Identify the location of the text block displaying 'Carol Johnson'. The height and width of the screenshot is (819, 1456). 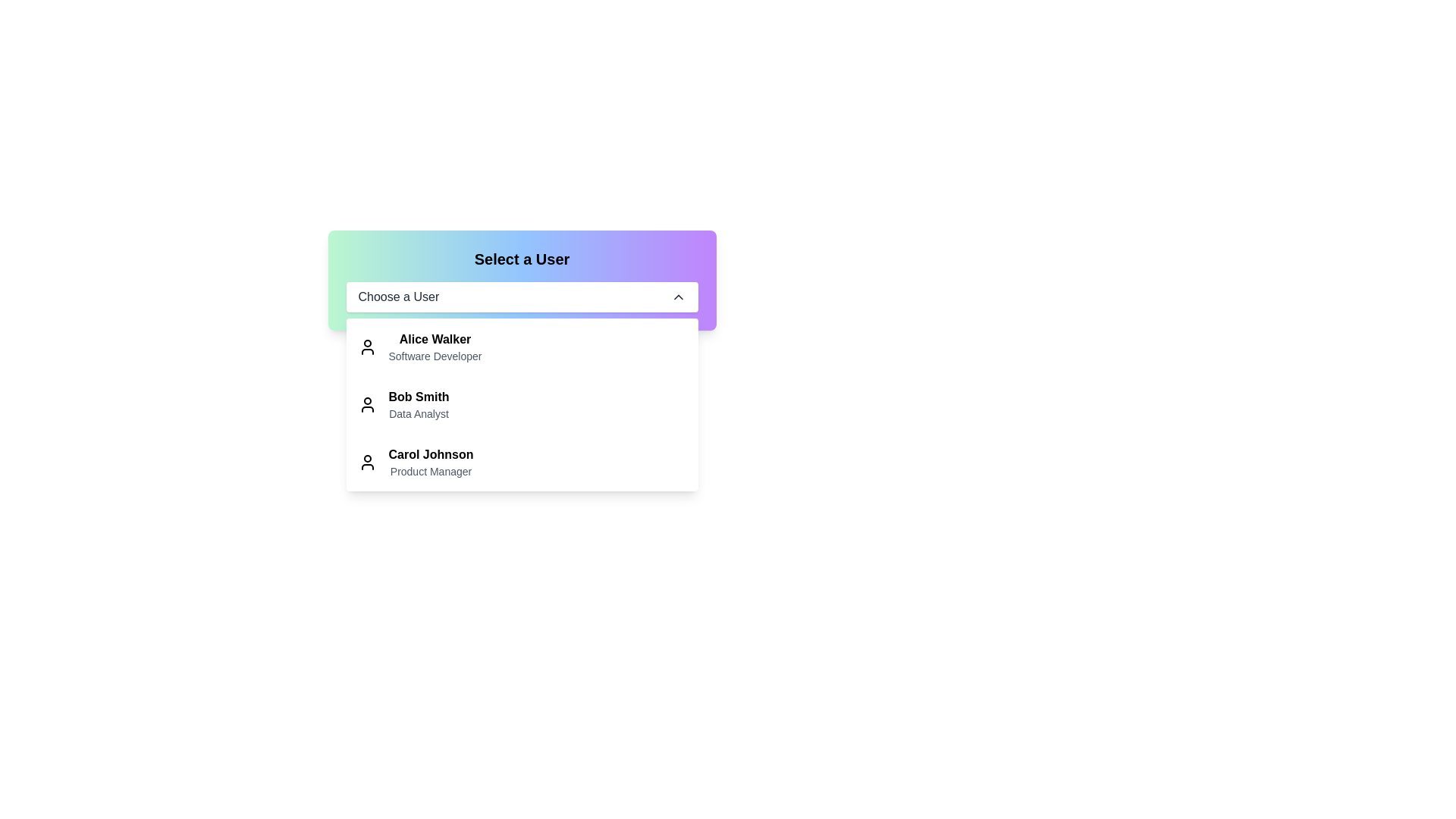
(430, 461).